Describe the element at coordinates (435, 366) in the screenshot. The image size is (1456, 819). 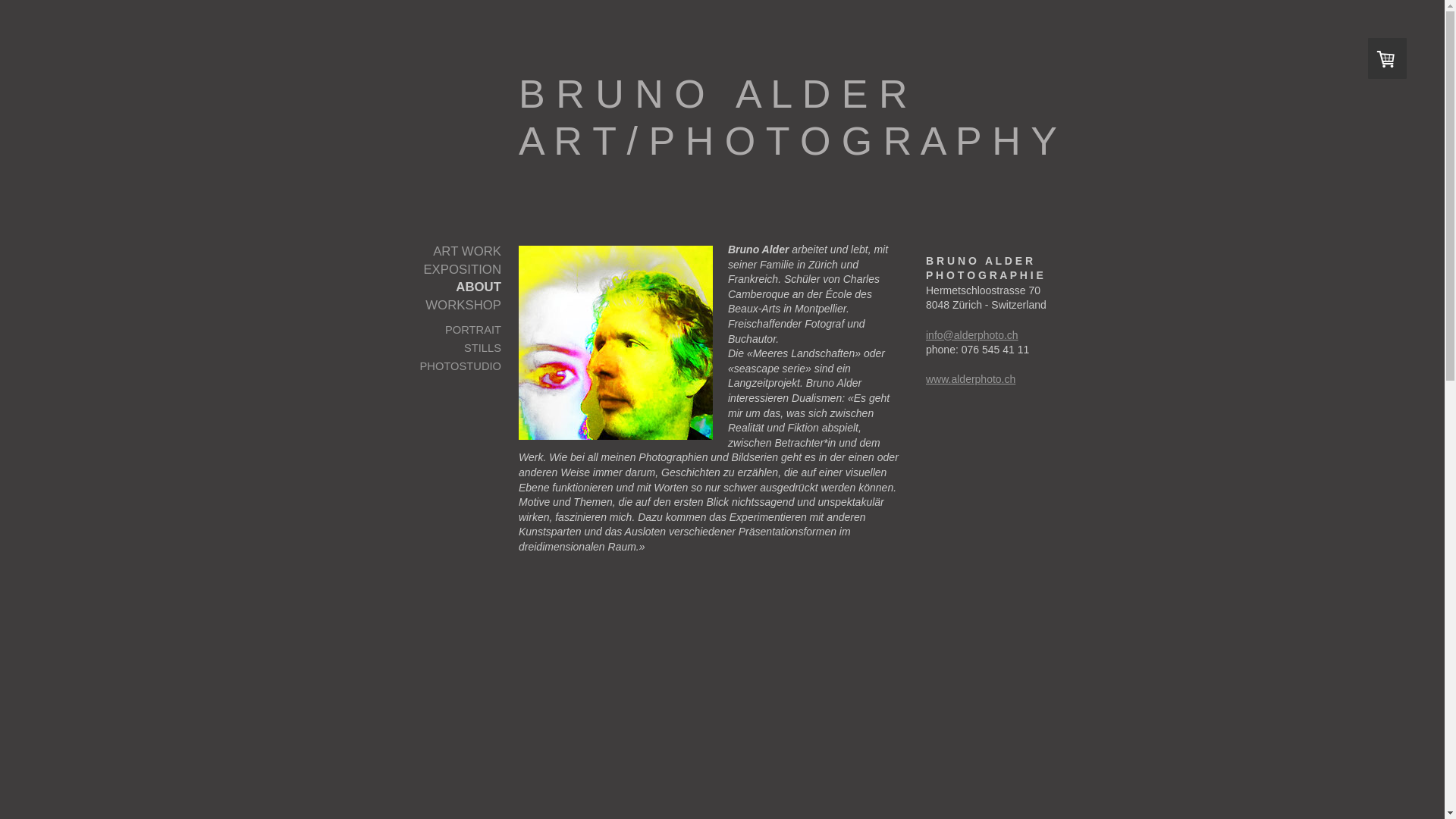
I see `'PHOTOSTUDIO'` at that location.